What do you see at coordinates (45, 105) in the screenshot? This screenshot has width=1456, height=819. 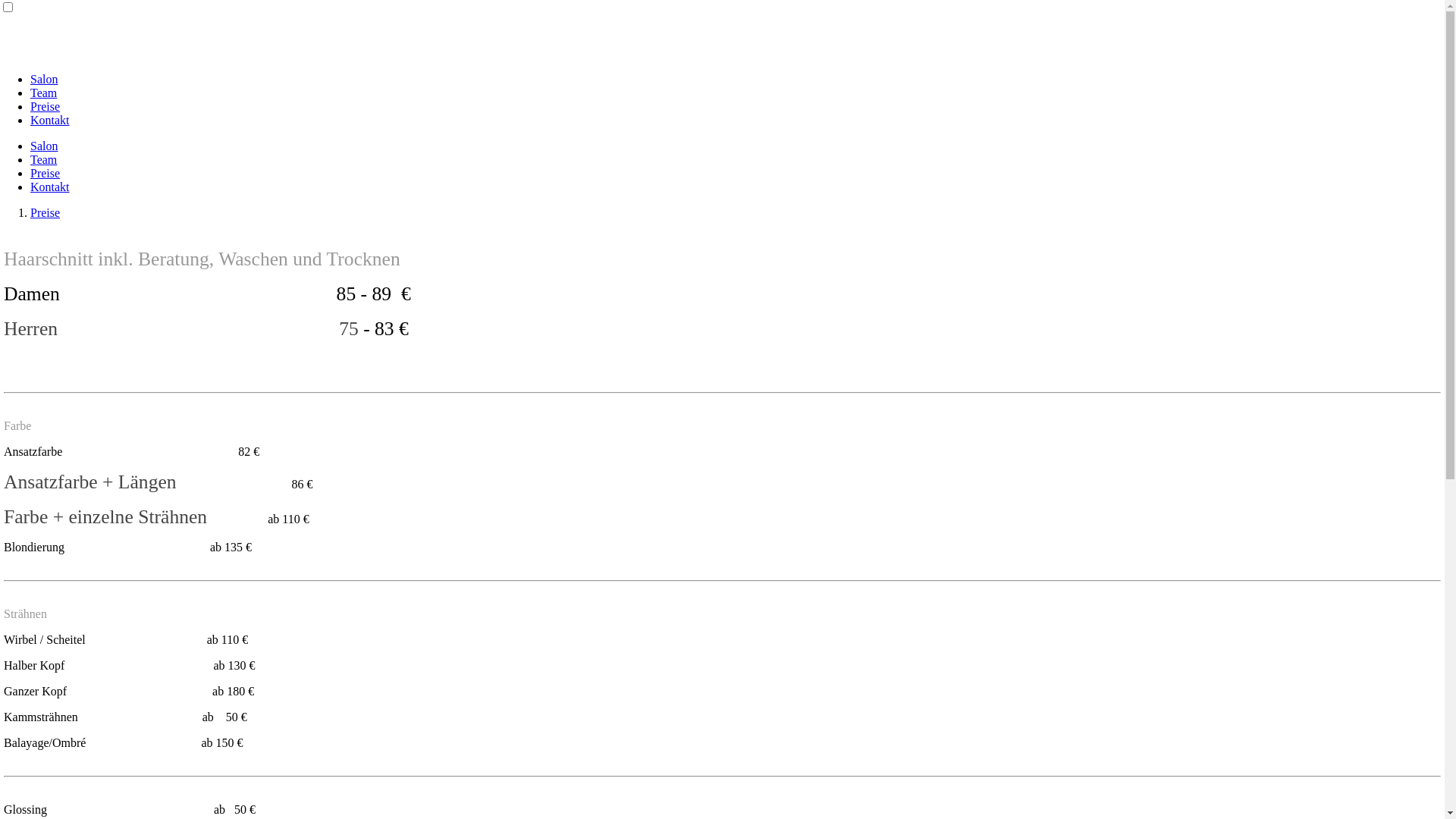 I see `'Preise'` at bounding box center [45, 105].